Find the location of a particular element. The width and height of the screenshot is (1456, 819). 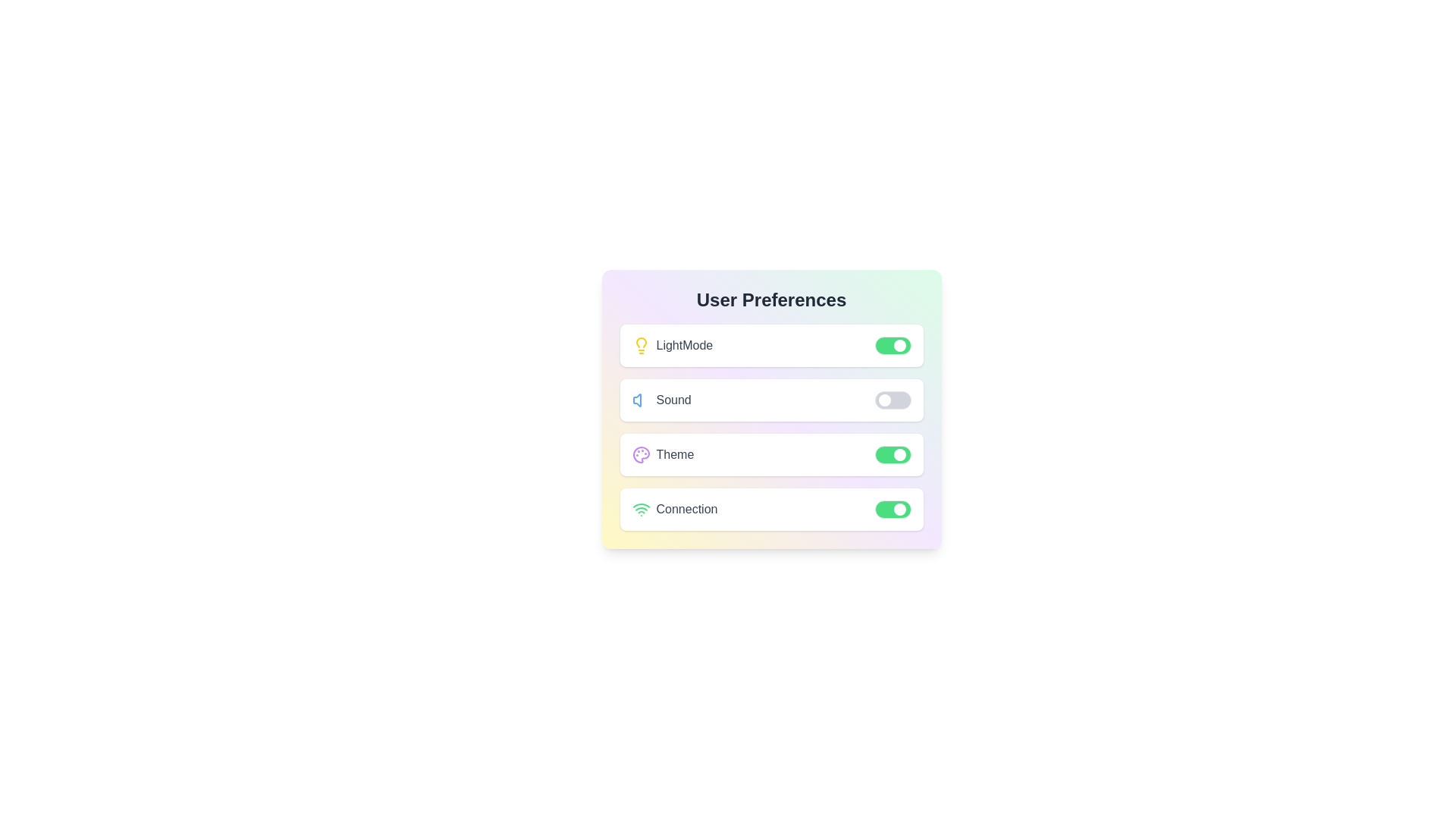

static text label that indicates the purpose of the associated toggle switch for enabling or disabling light mode, located in the user preferences panel is located at coordinates (683, 345).